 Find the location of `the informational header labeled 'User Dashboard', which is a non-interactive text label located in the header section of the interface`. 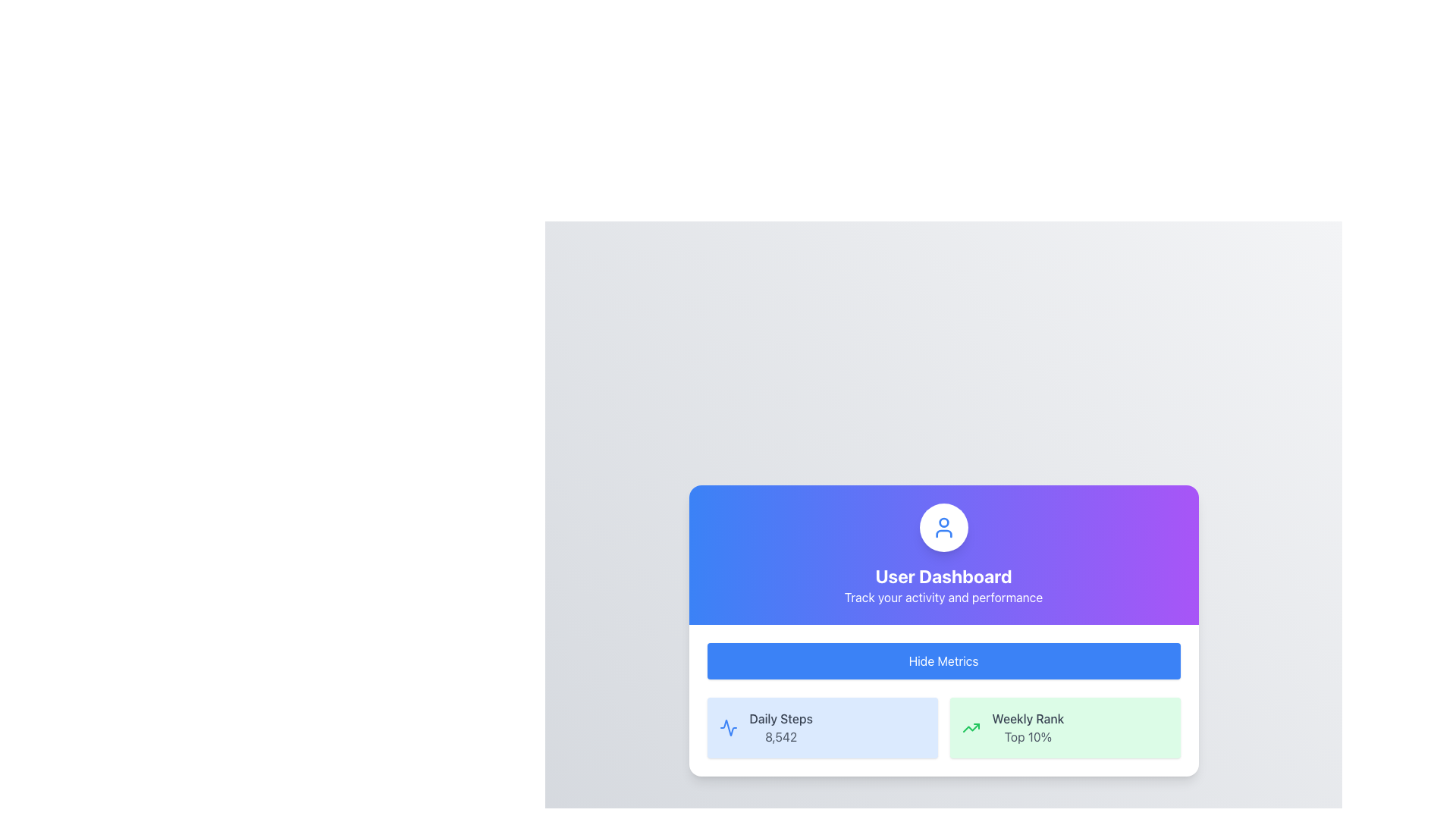

the informational header labeled 'User Dashboard', which is a non-interactive text label located in the header section of the interface is located at coordinates (943, 576).